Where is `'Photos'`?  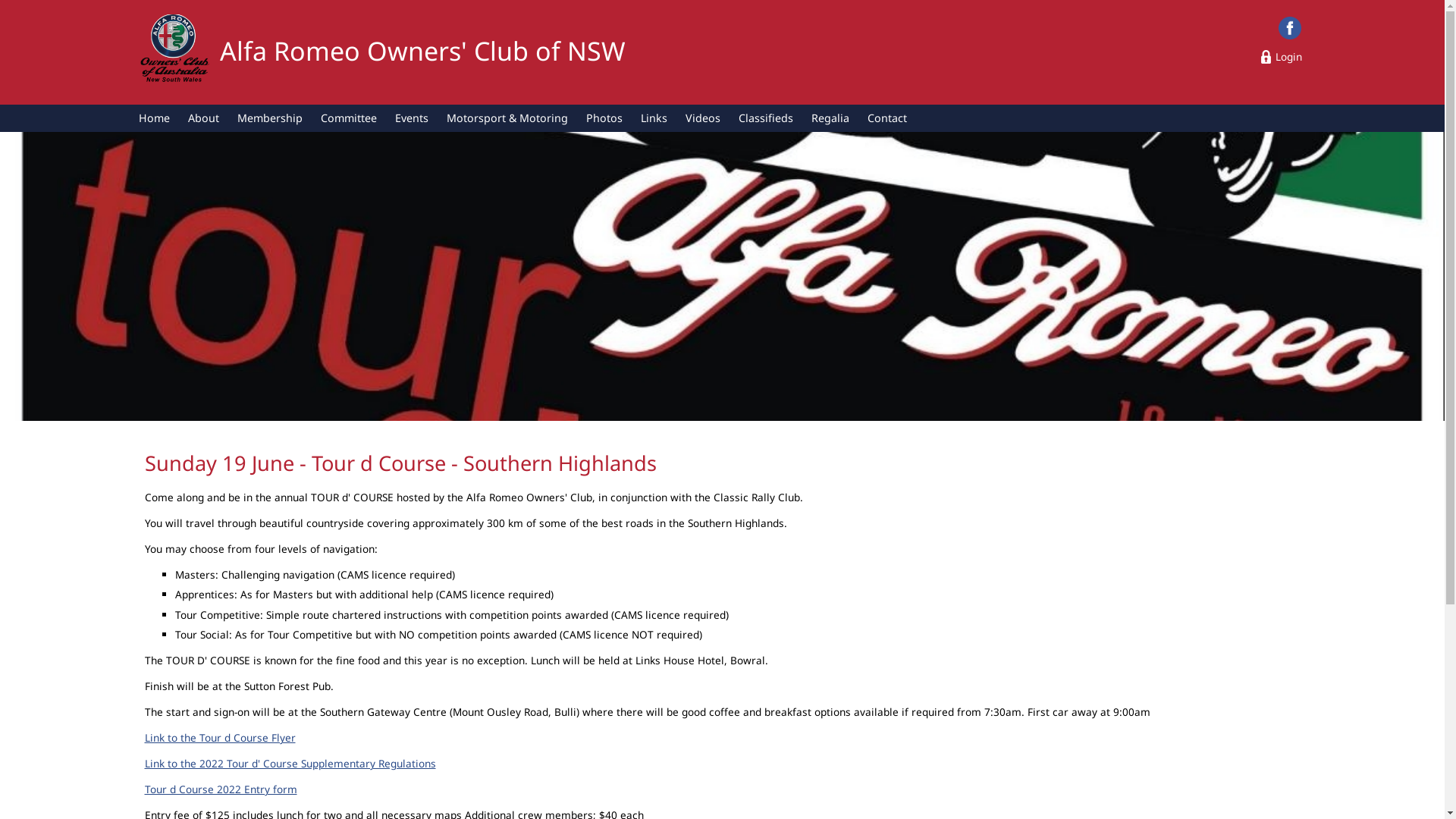
'Photos' is located at coordinates (603, 117).